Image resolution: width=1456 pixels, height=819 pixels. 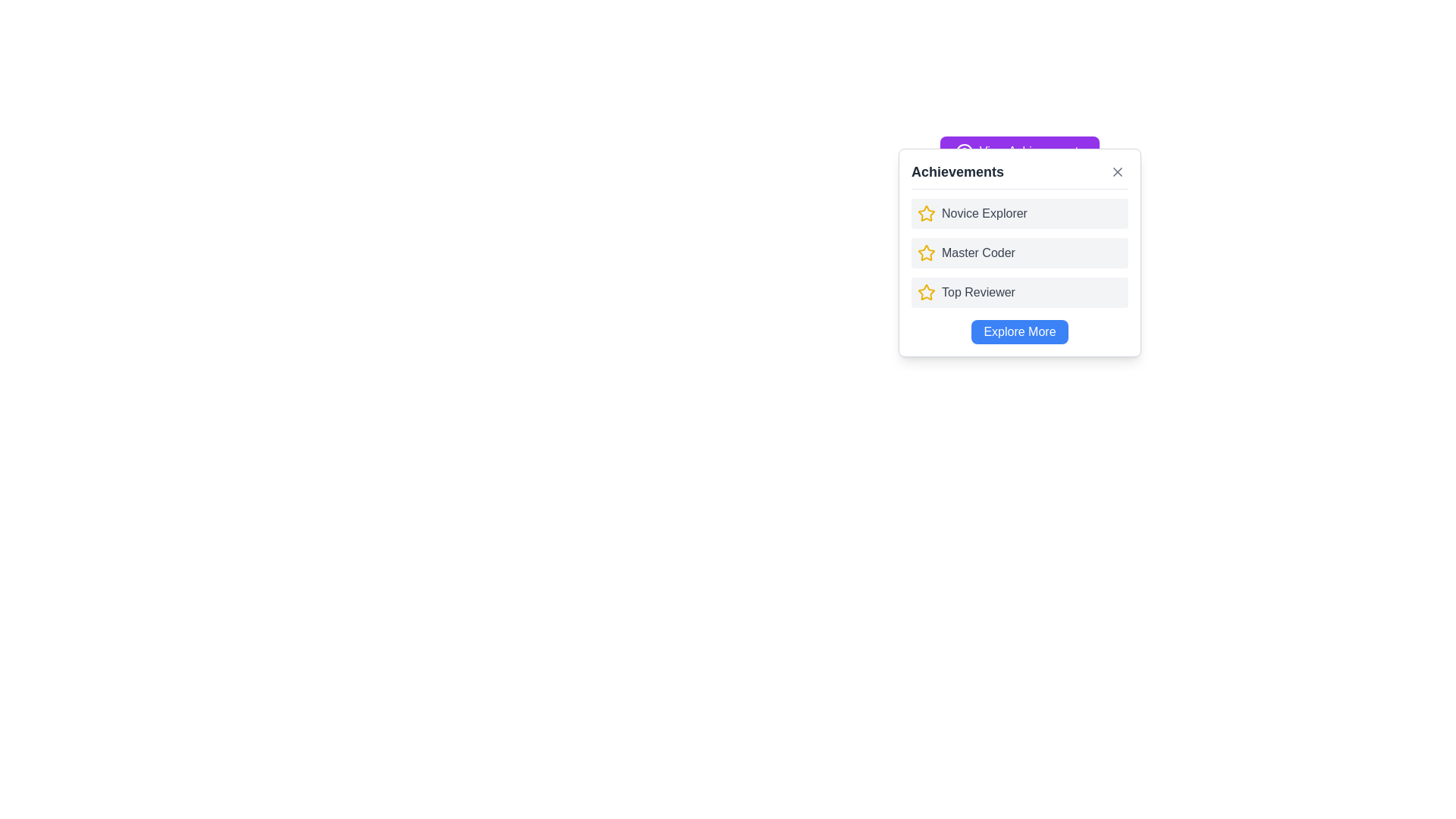 I want to click on the static heading labeled 'Achievements' that serves to label the section below it, so click(x=956, y=171).